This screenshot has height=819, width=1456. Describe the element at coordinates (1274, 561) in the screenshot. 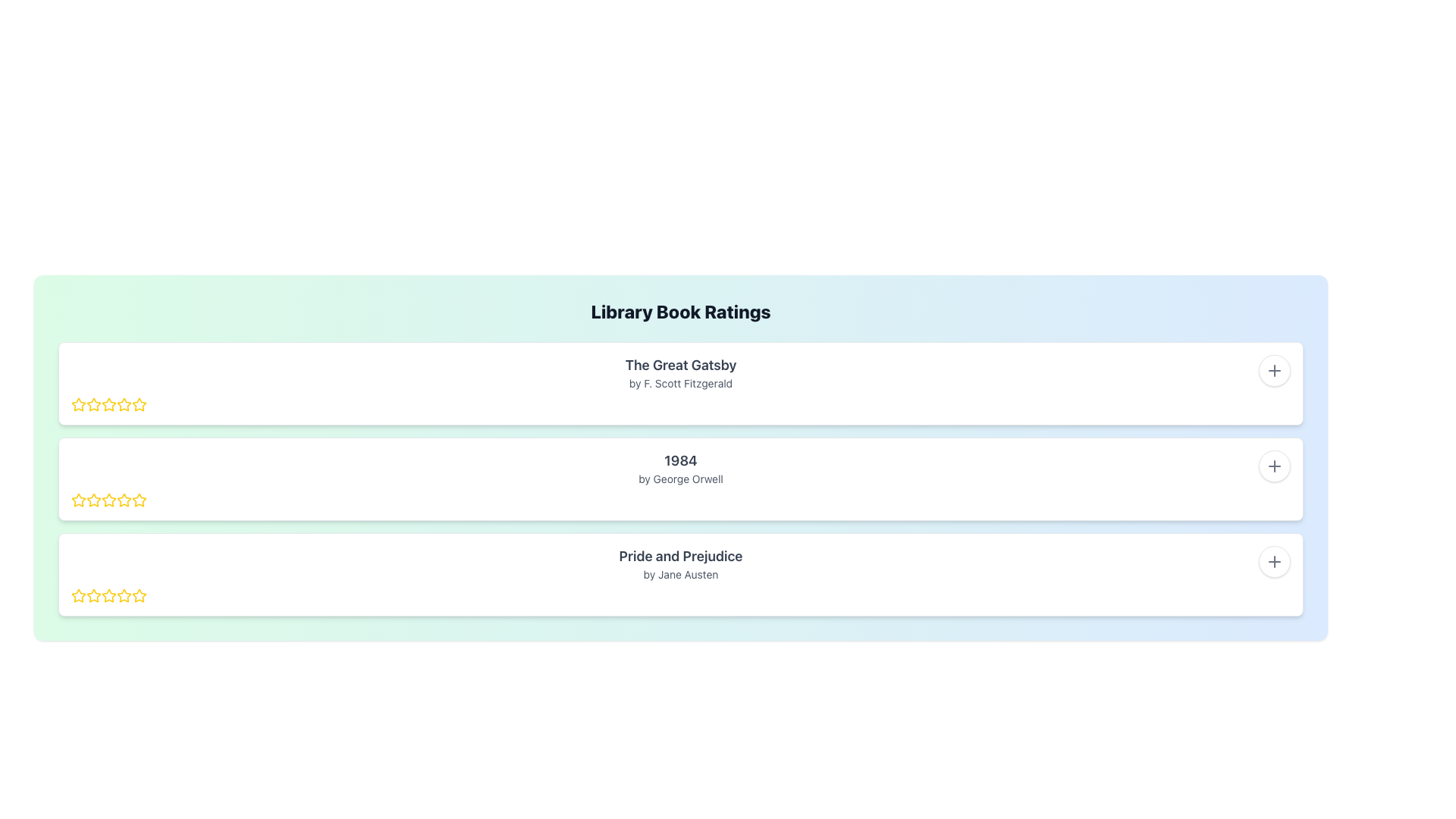

I see `the circular button with a white background and gray '+' icon located in the top-right corner of the 'Pride and Prejudice' card` at that location.